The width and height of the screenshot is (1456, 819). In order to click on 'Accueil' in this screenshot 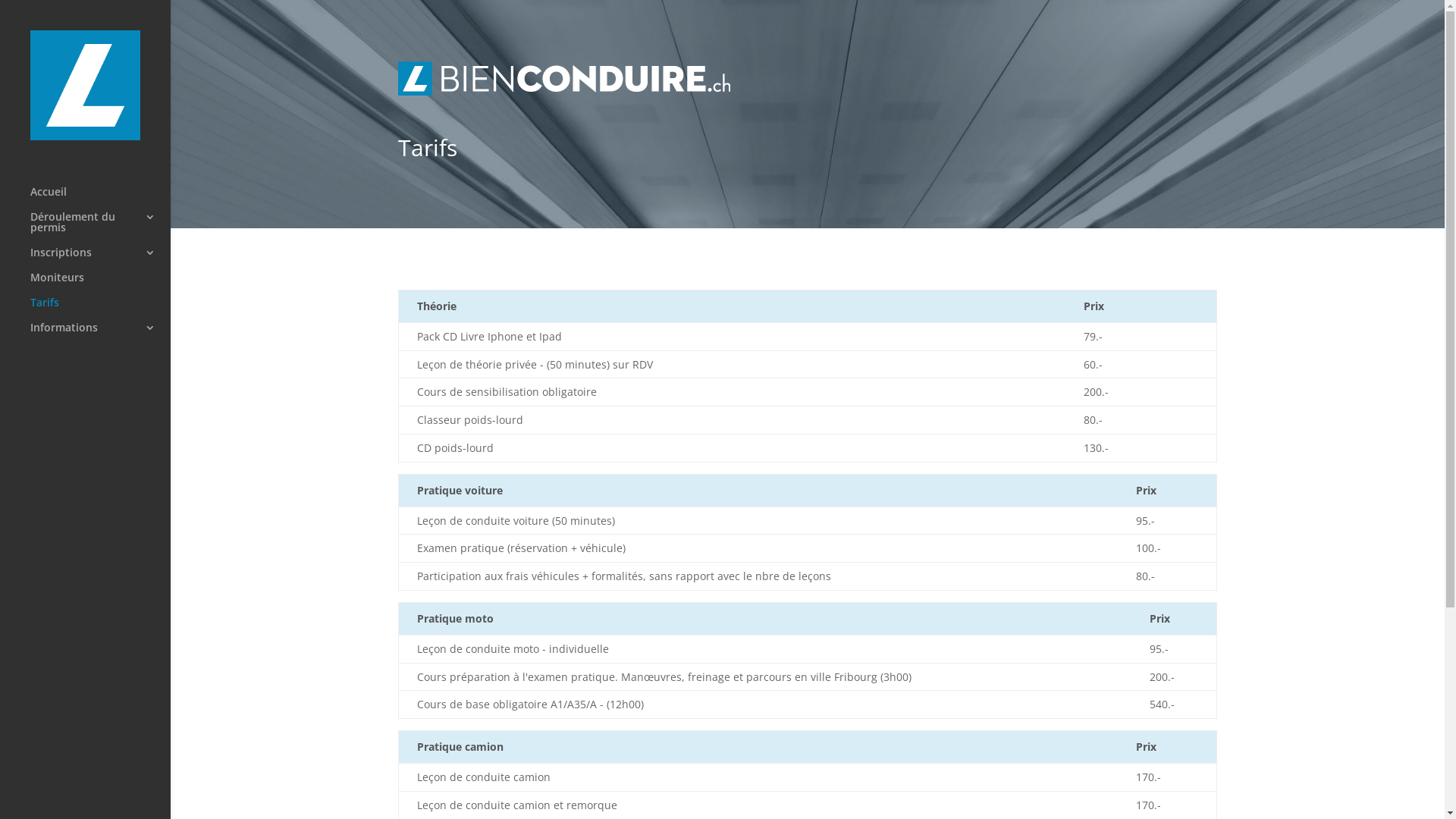, I will do `click(99, 198)`.